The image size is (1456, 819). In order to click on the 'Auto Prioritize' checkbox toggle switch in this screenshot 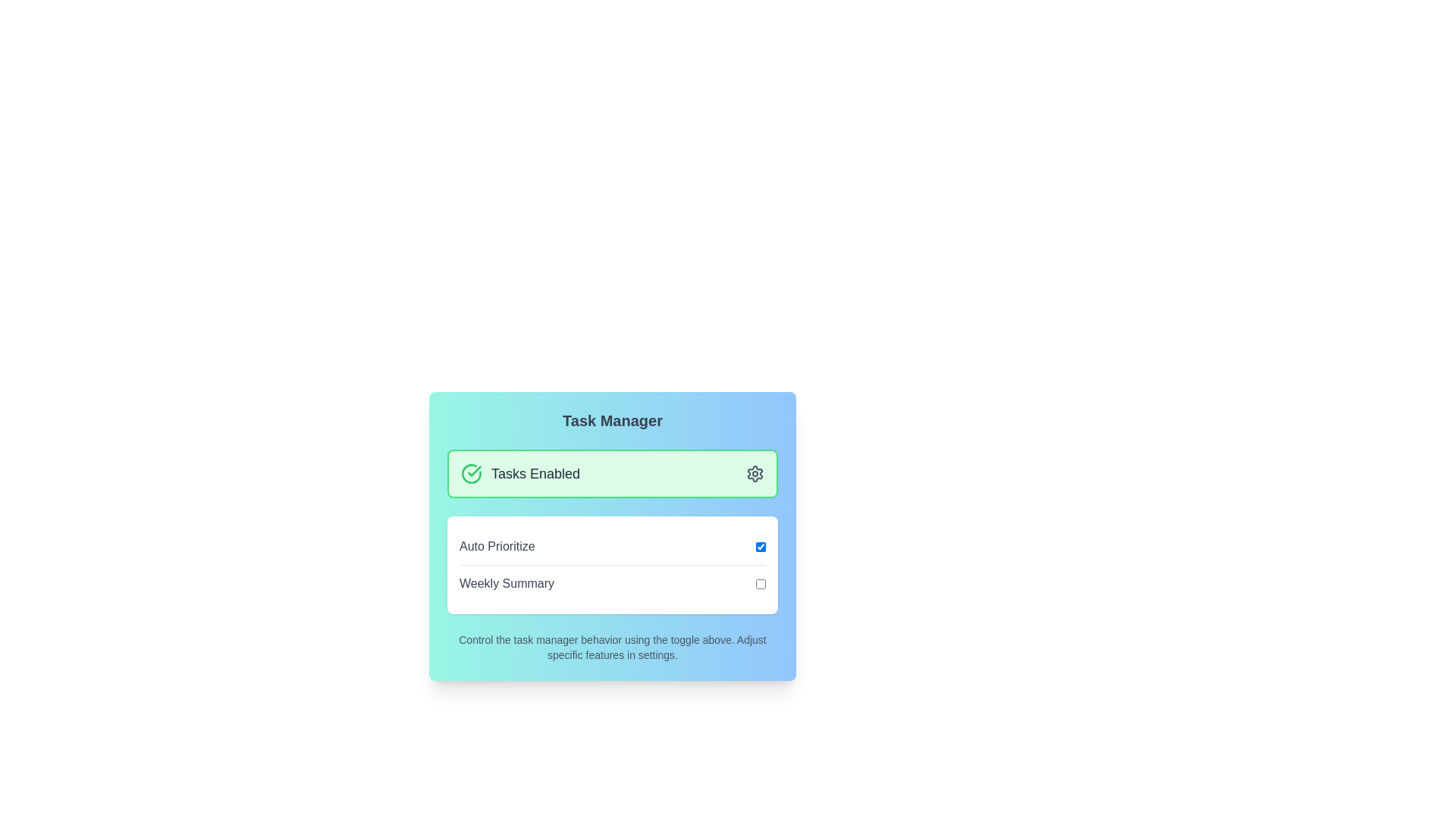, I will do `click(761, 547)`.